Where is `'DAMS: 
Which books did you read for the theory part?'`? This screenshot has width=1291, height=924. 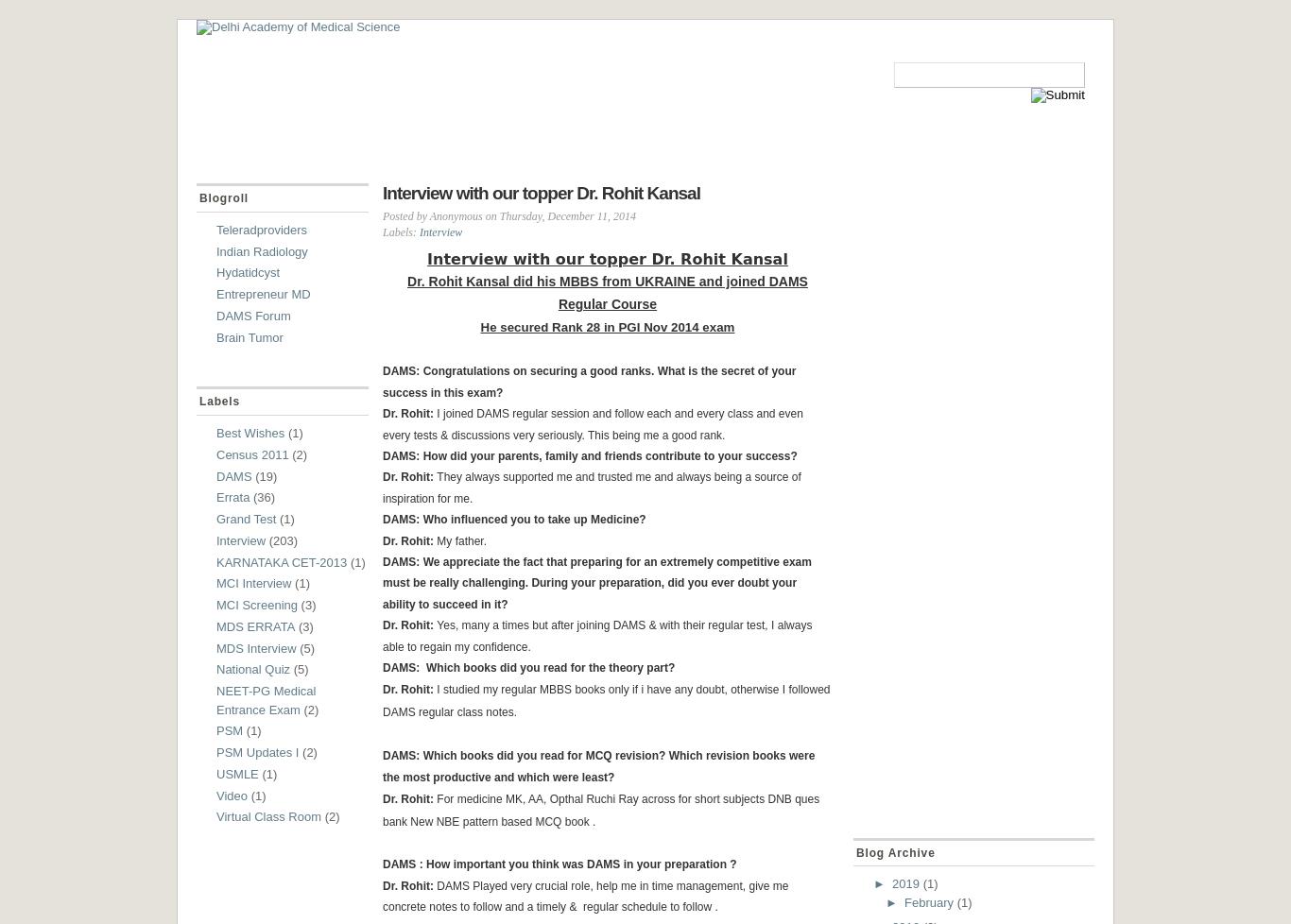
'DAMS: 
Which books did you read for the theory part?' is located at coordinates (382, 667).